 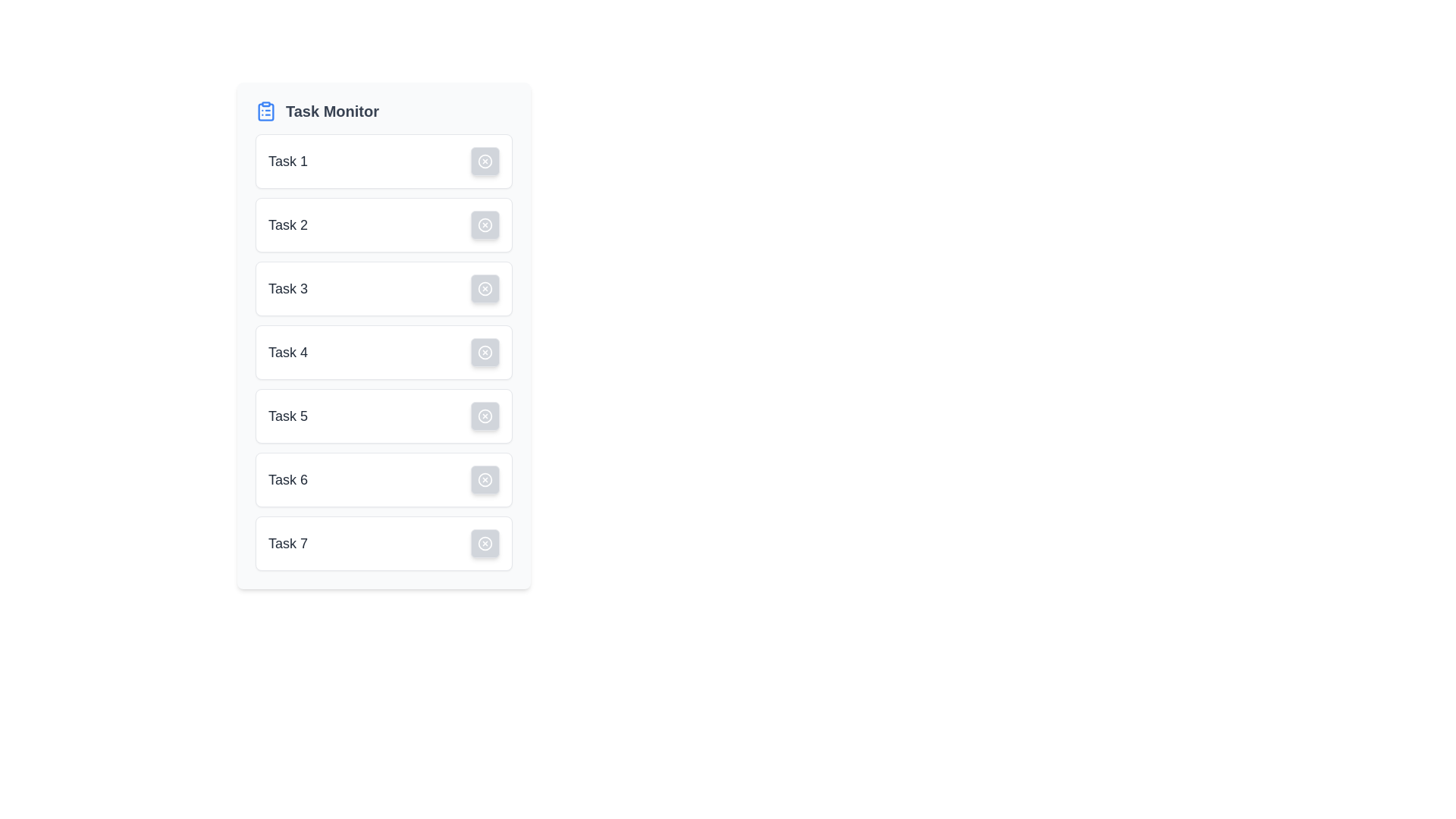 What do you see at coordinates (384, 543) in the screenshot?
I see `and drop the task item labeled 'Task 7'` at bounding box center [384, 543].